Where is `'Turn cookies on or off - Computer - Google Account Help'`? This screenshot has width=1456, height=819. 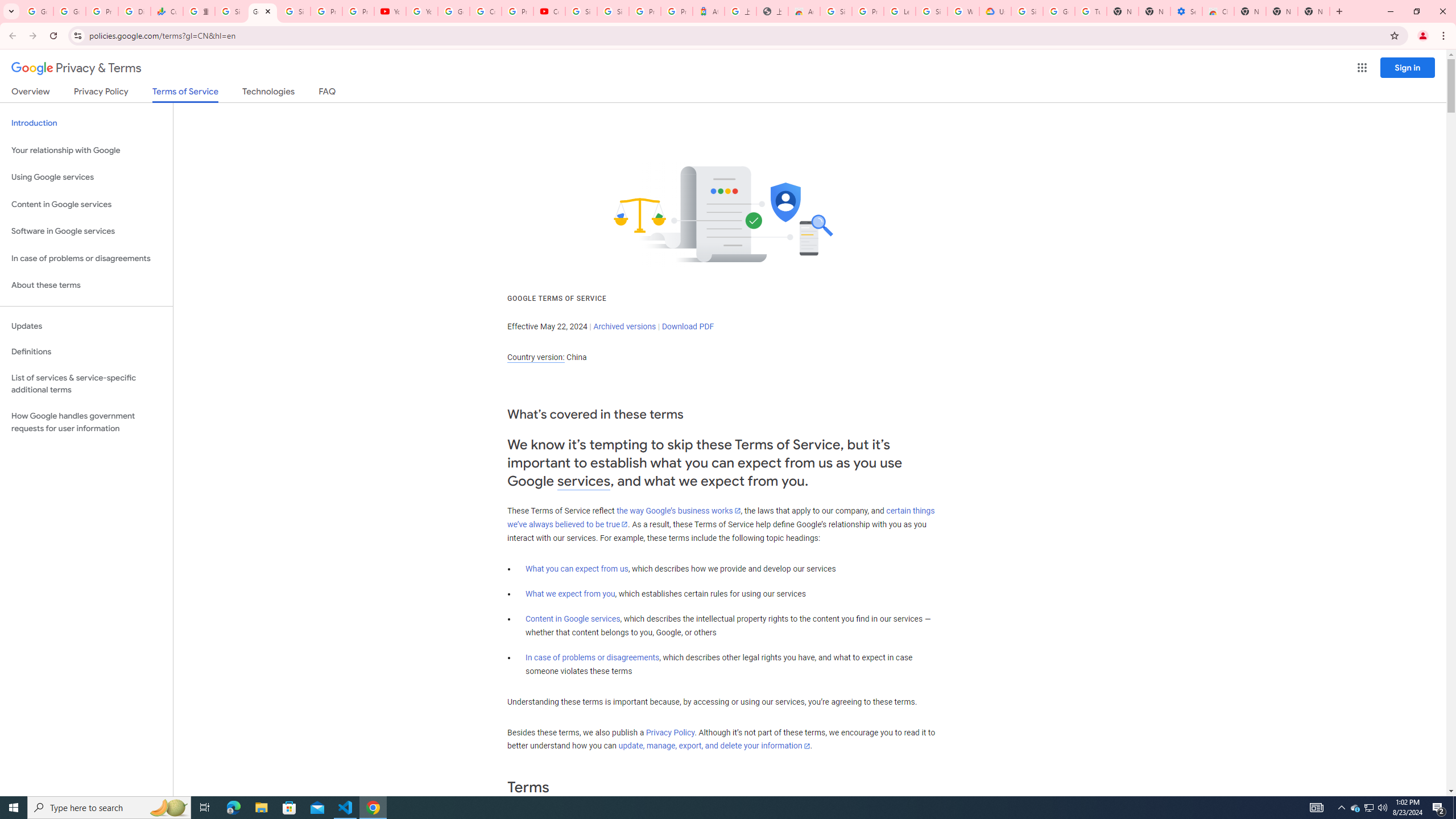
'Turn cookies on or off - Computer - Google Account Help' is located at coordinates (1090, 11).